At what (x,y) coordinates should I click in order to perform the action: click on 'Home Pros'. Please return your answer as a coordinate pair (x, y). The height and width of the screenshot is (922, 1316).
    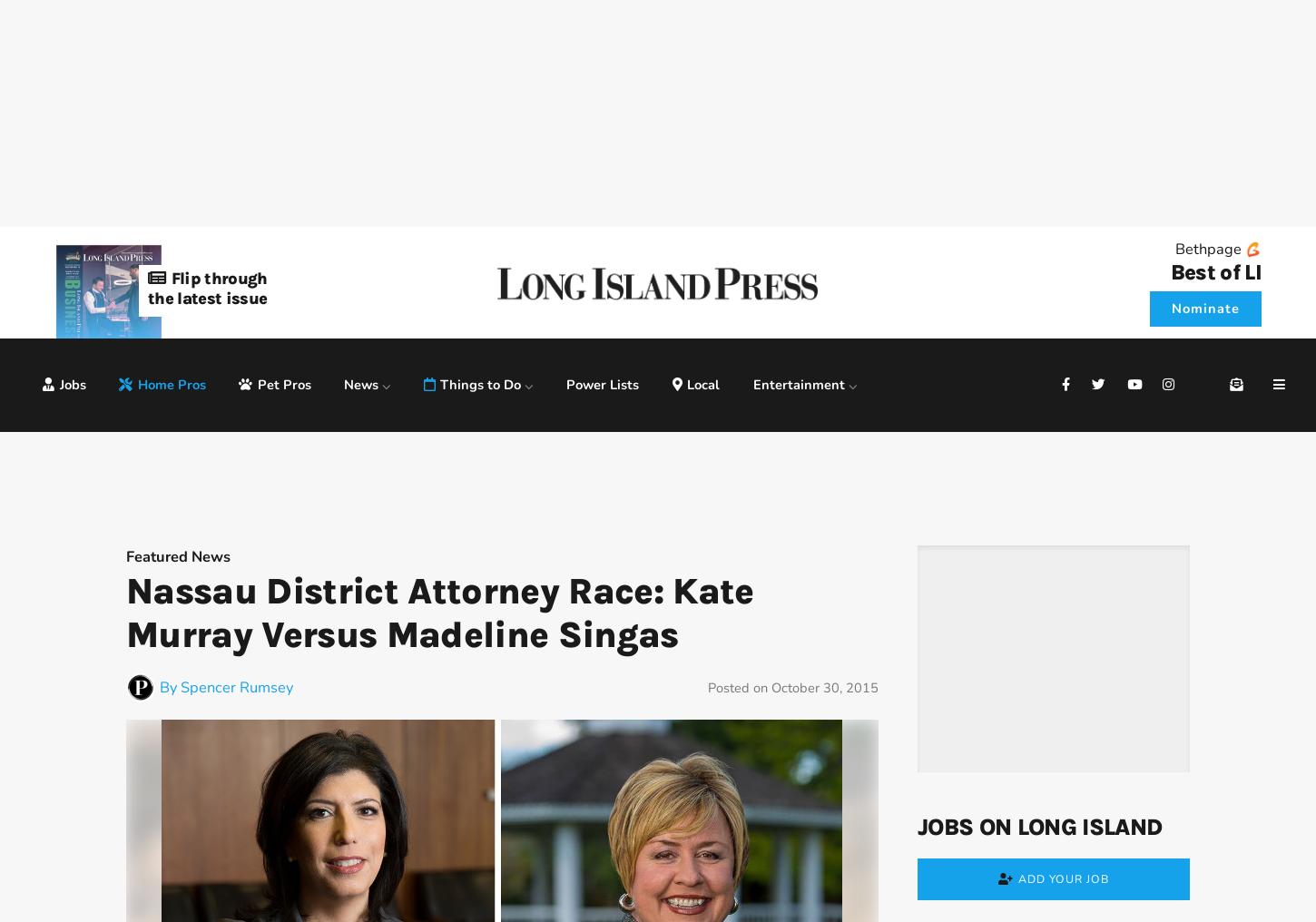
    Looking at the image, I should click on (170, 383).